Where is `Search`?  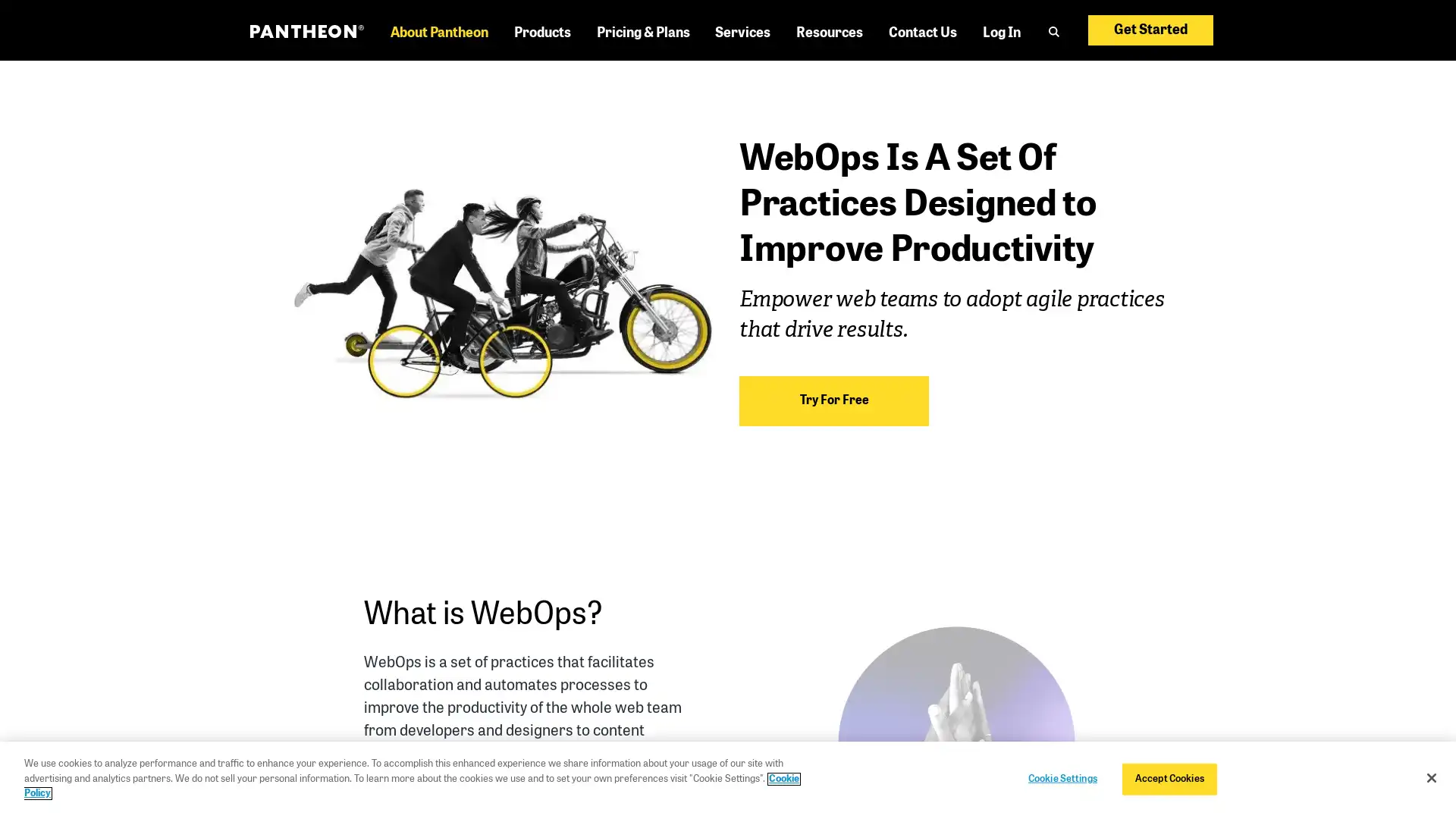 Search is located at coordinates (1061, 58).